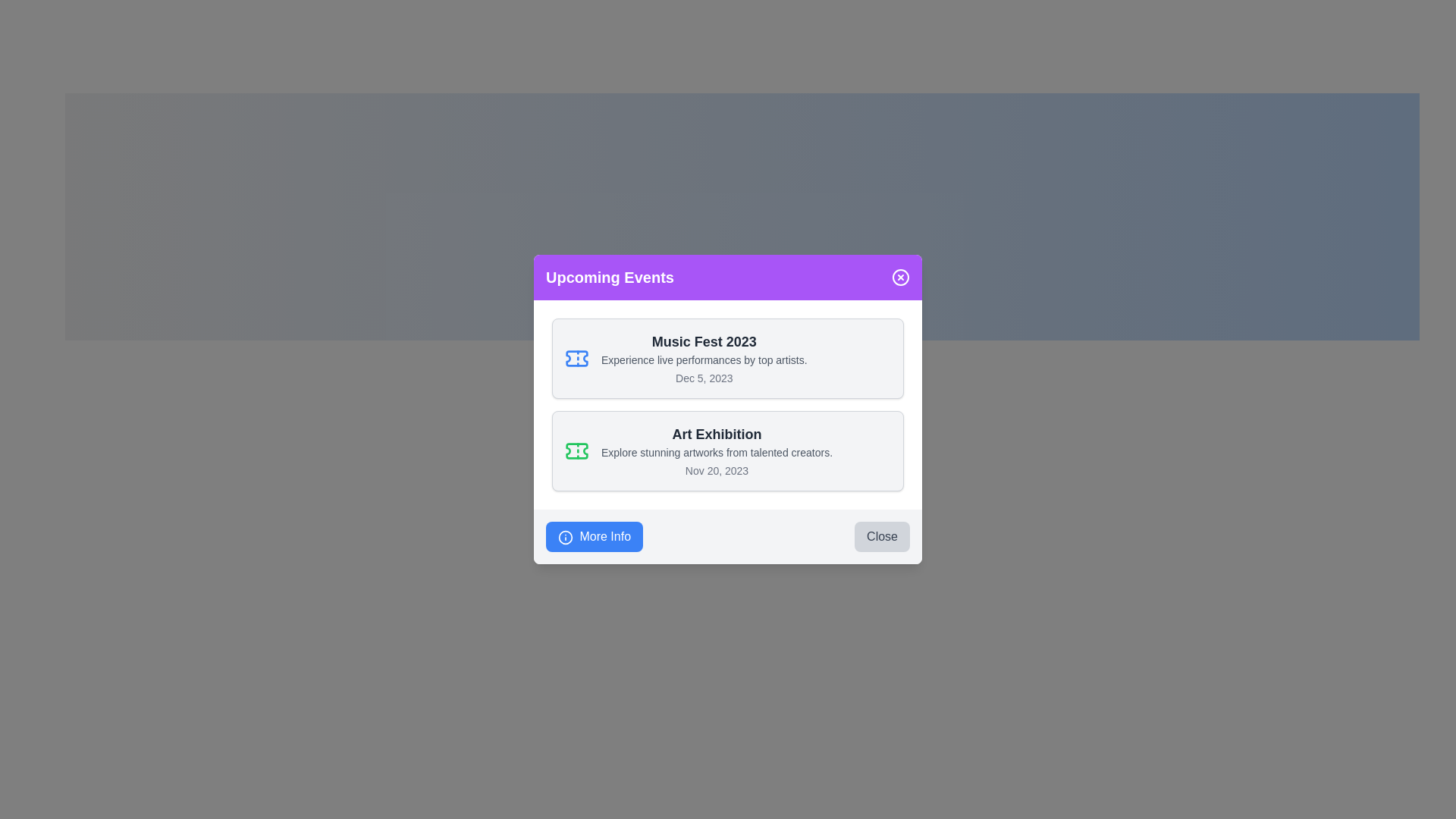  What do you see at coordinates (576, 359) in the screenshot?
I see `the blue-themed ticket icon located to the left of the 'Music Fest 2023' text block` at bounding box center [576, 359].